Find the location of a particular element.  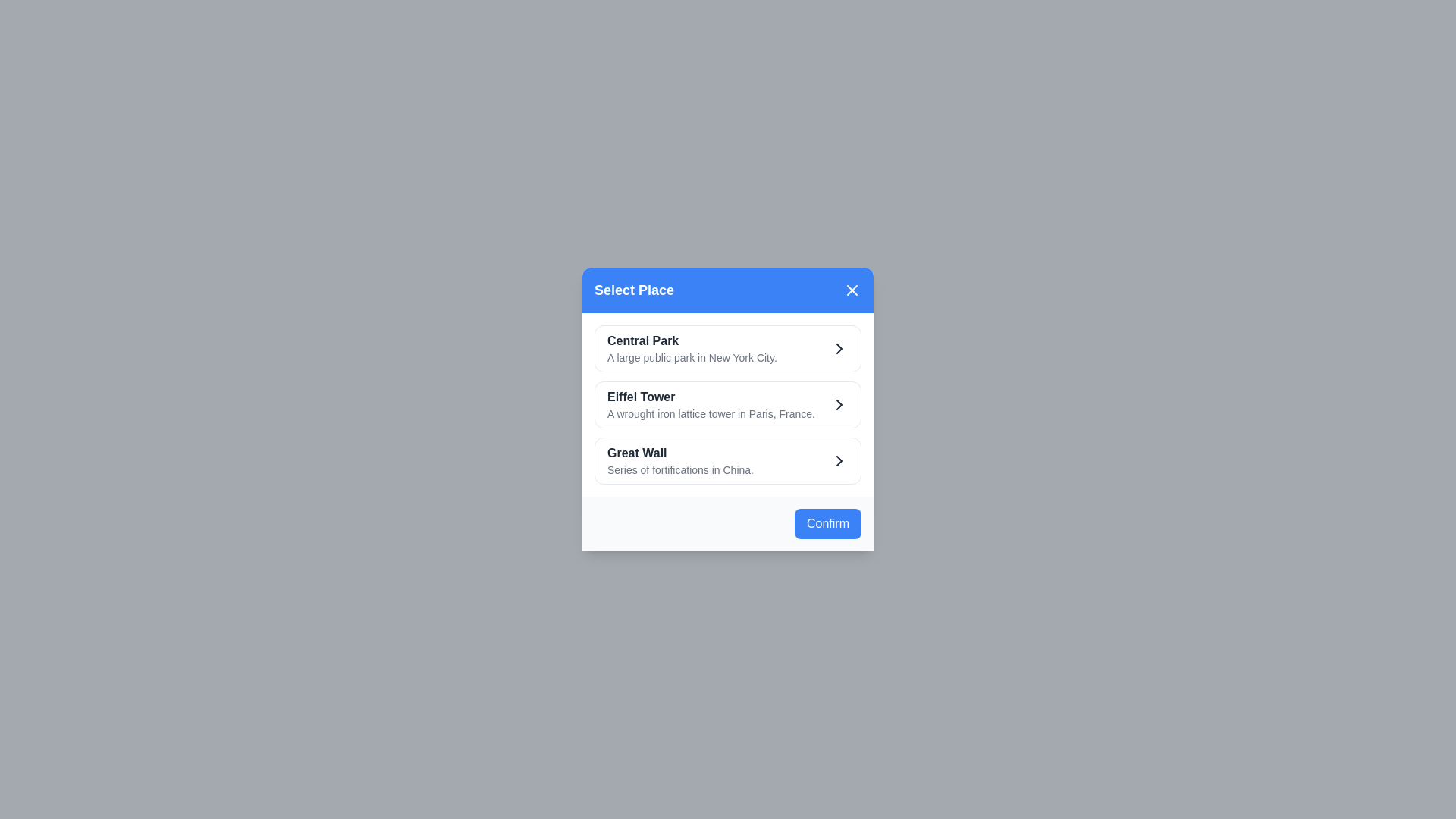

the place Great Wall from the list is located at coordinates (728, 460).